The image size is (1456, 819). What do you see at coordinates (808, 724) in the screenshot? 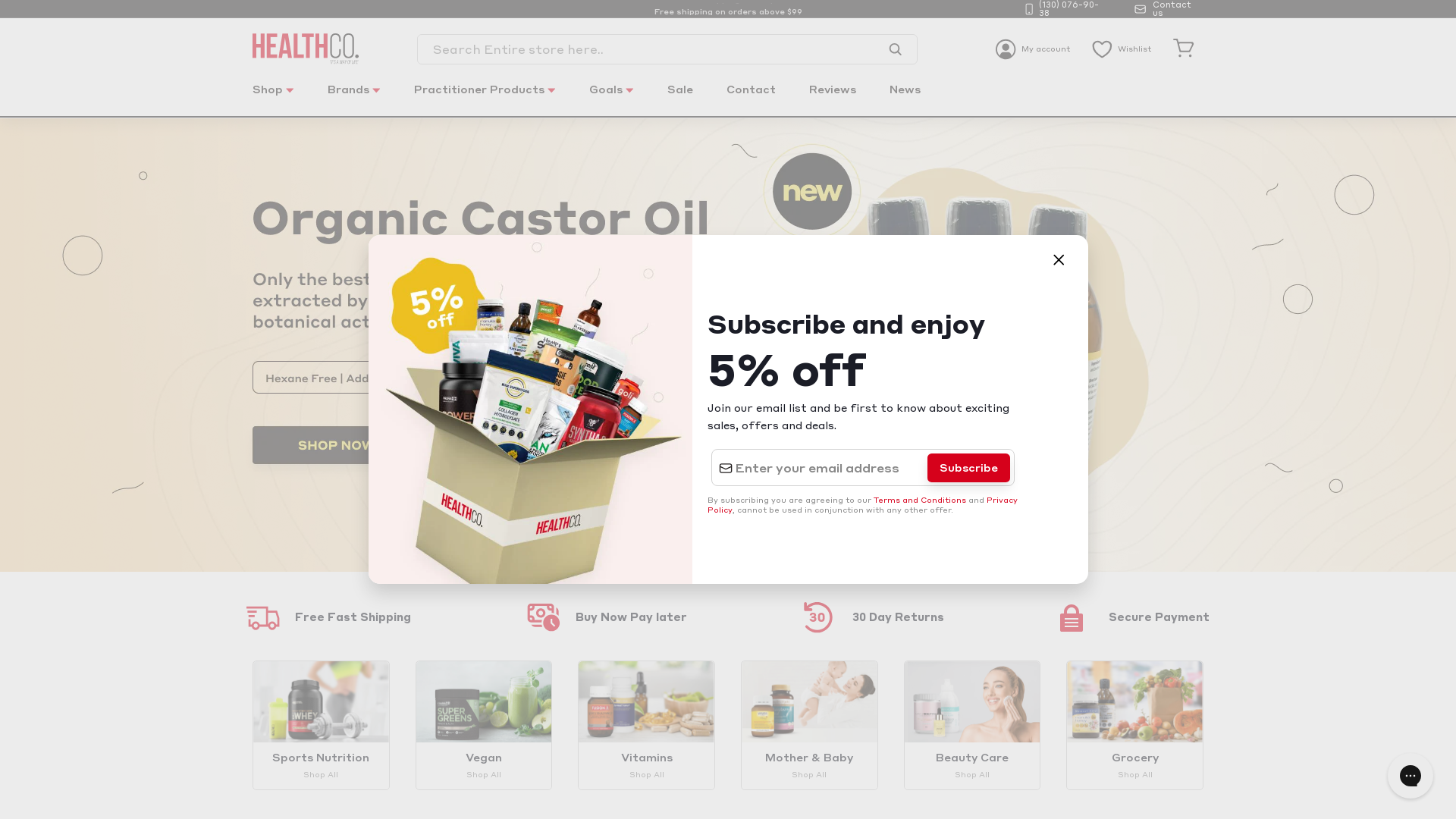
I see `'Mother & Baby` at bounding box center [808, 724].